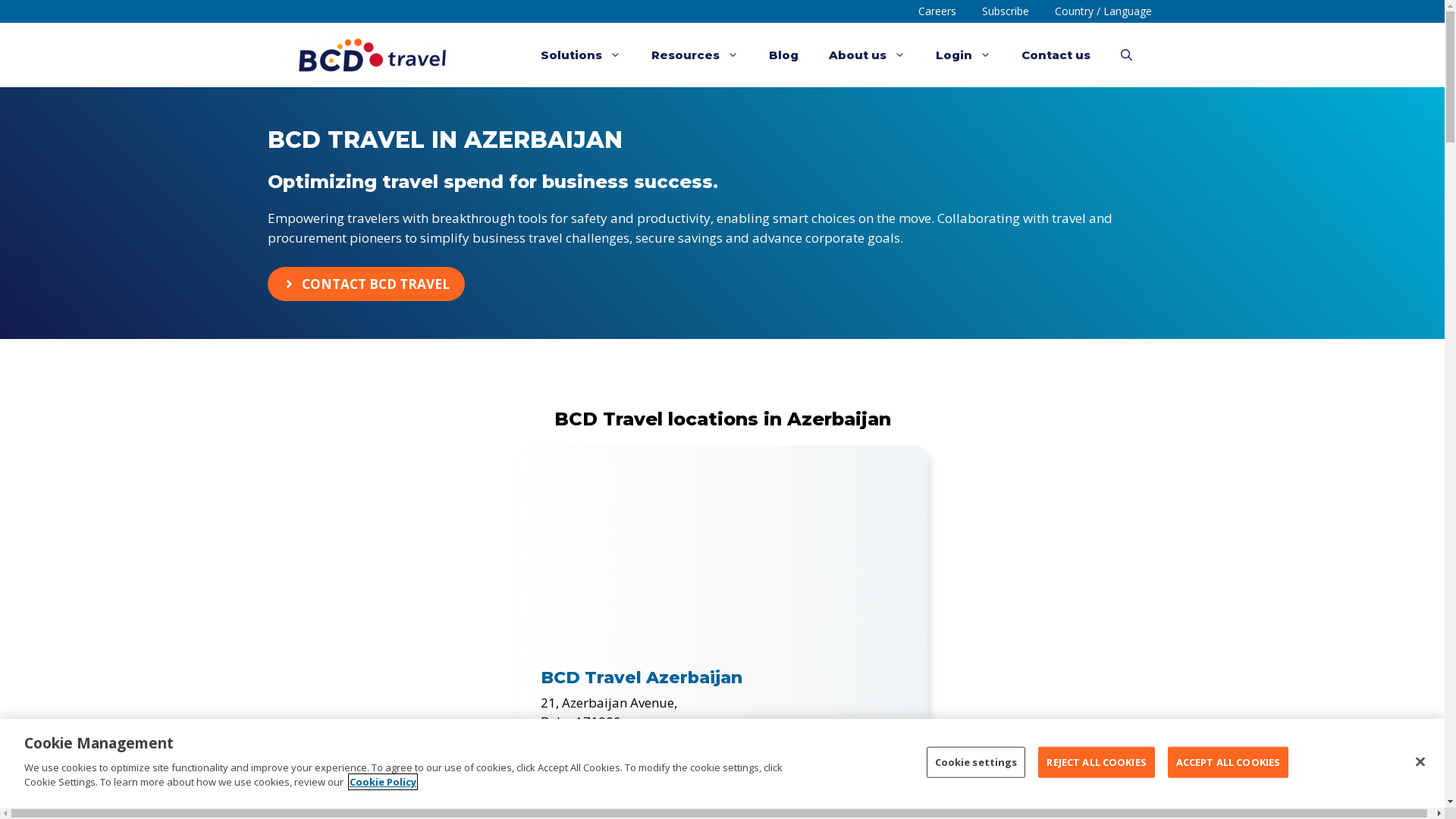 The image size is (1456, 819). What do you see at coordinates (1040, 11) in the screenshot?
I see `'Country / Language'` at bounding box center [1040, 11].